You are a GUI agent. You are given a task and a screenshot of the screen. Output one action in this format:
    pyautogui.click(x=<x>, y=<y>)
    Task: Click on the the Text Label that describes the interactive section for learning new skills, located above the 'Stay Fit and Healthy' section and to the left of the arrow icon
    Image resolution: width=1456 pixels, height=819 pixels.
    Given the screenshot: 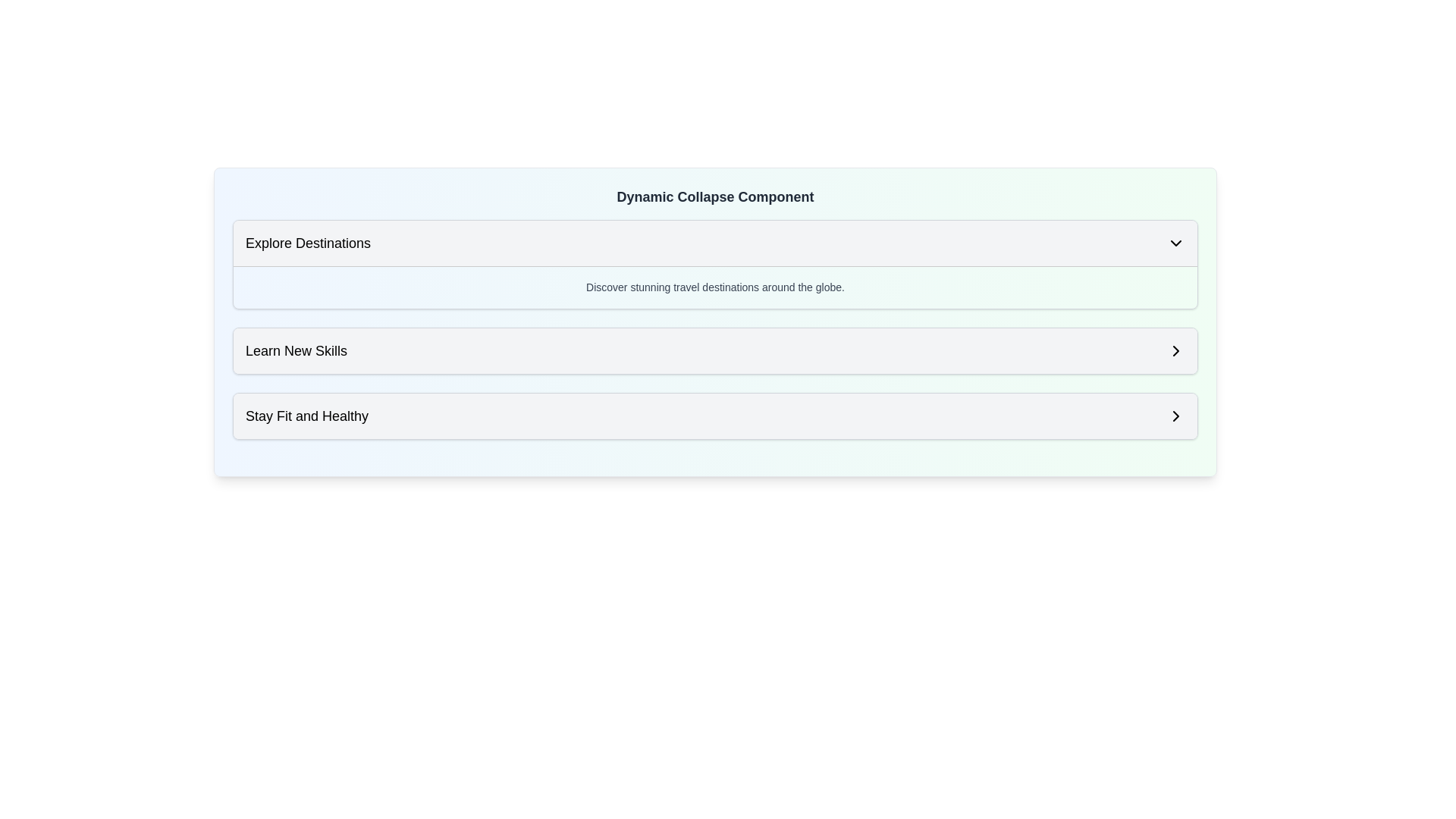 What is the action you would take?
    pyautogui.click(x=297, y=350)
    